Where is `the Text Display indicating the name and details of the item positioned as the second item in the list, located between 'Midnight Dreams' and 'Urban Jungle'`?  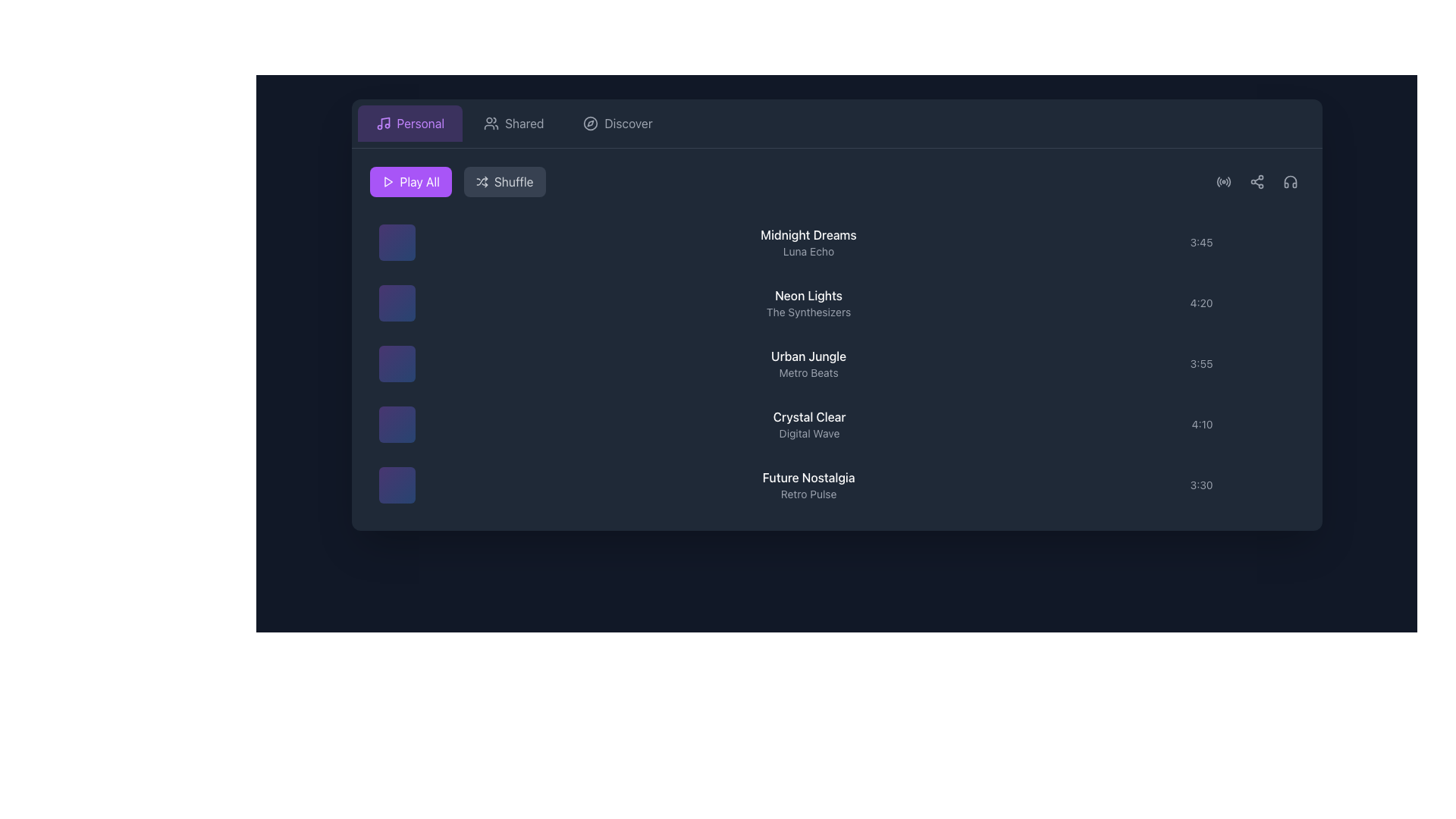 the Text Display indicating the name and details of the item positioned as the second item in the list, located between 'Midnight Dreams' and 'Urban Jungle' is located at coordinates (808, 303).